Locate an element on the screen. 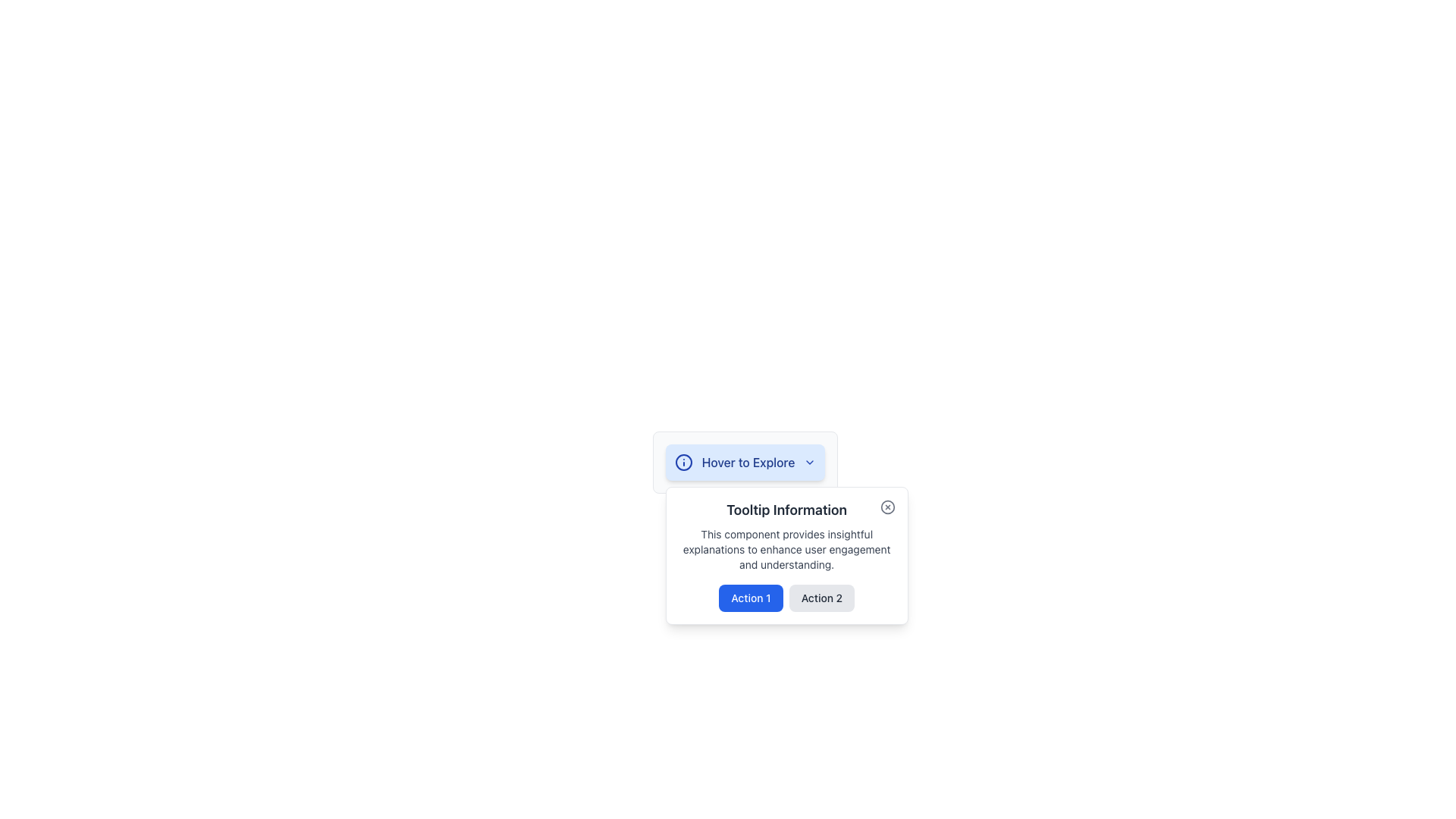 Image resolution: width=1456 pixels, height=819 pixels. the circular SVG element located in the top-right corner of the tooltip, which serves as a decorative or functional part of the close button is located at coordinates (887, 507).